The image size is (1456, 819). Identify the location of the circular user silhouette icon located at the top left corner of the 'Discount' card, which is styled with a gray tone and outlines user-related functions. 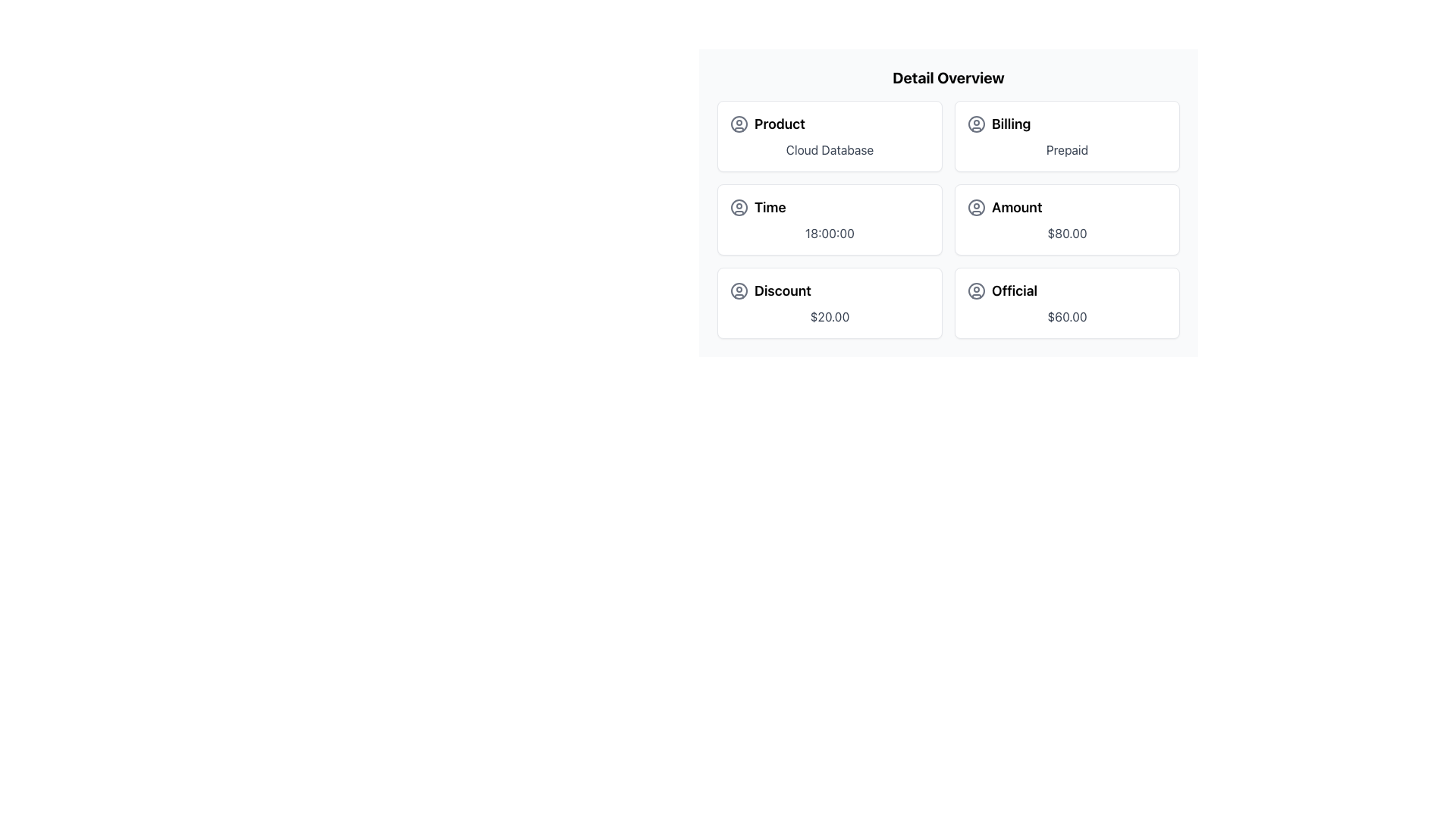
(739, 291).